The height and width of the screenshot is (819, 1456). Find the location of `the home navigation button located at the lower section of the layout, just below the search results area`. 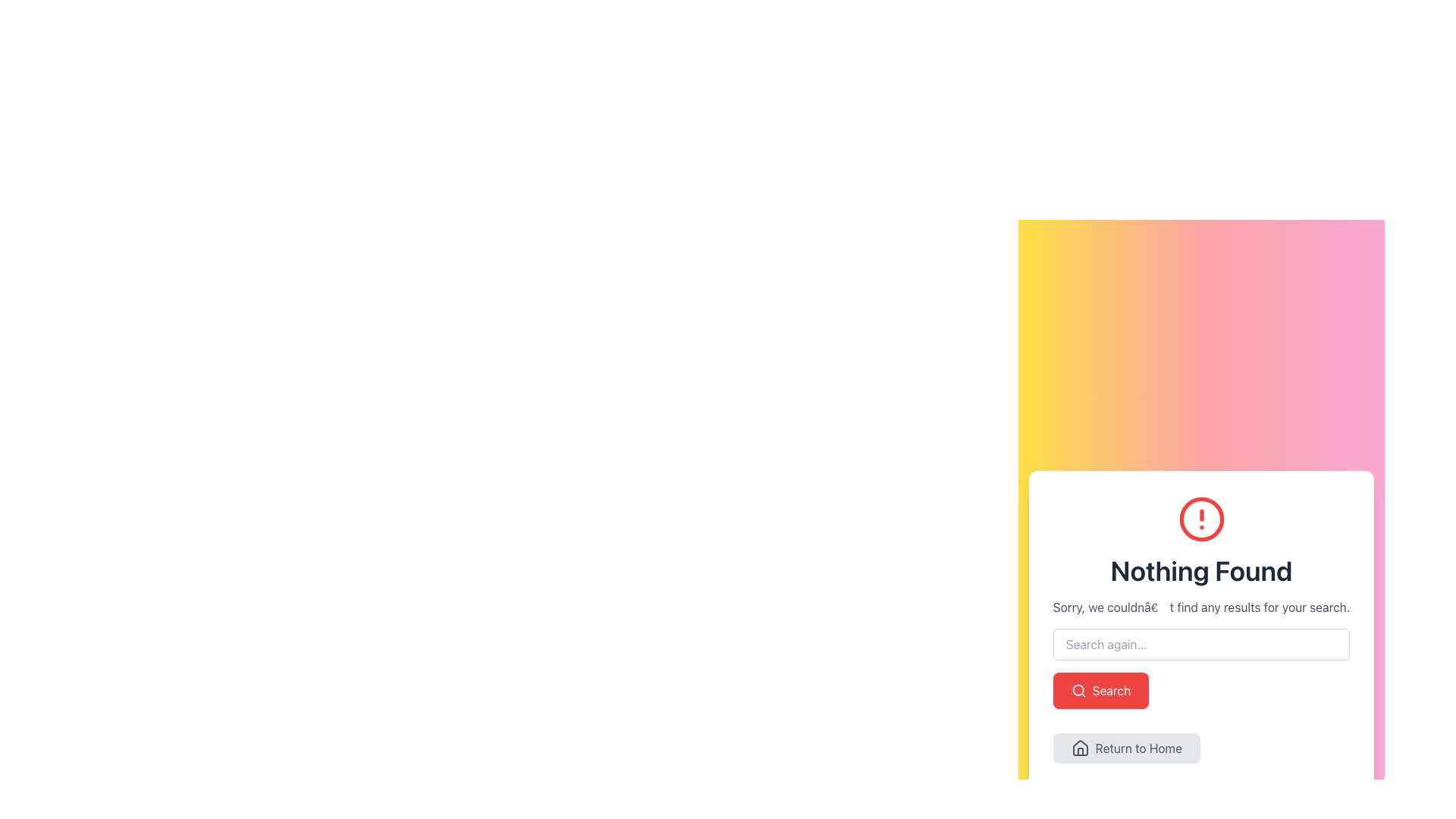

the home navigation button located at the lower section of the layout, just below the search results area is located at coordinates (1126, 748).